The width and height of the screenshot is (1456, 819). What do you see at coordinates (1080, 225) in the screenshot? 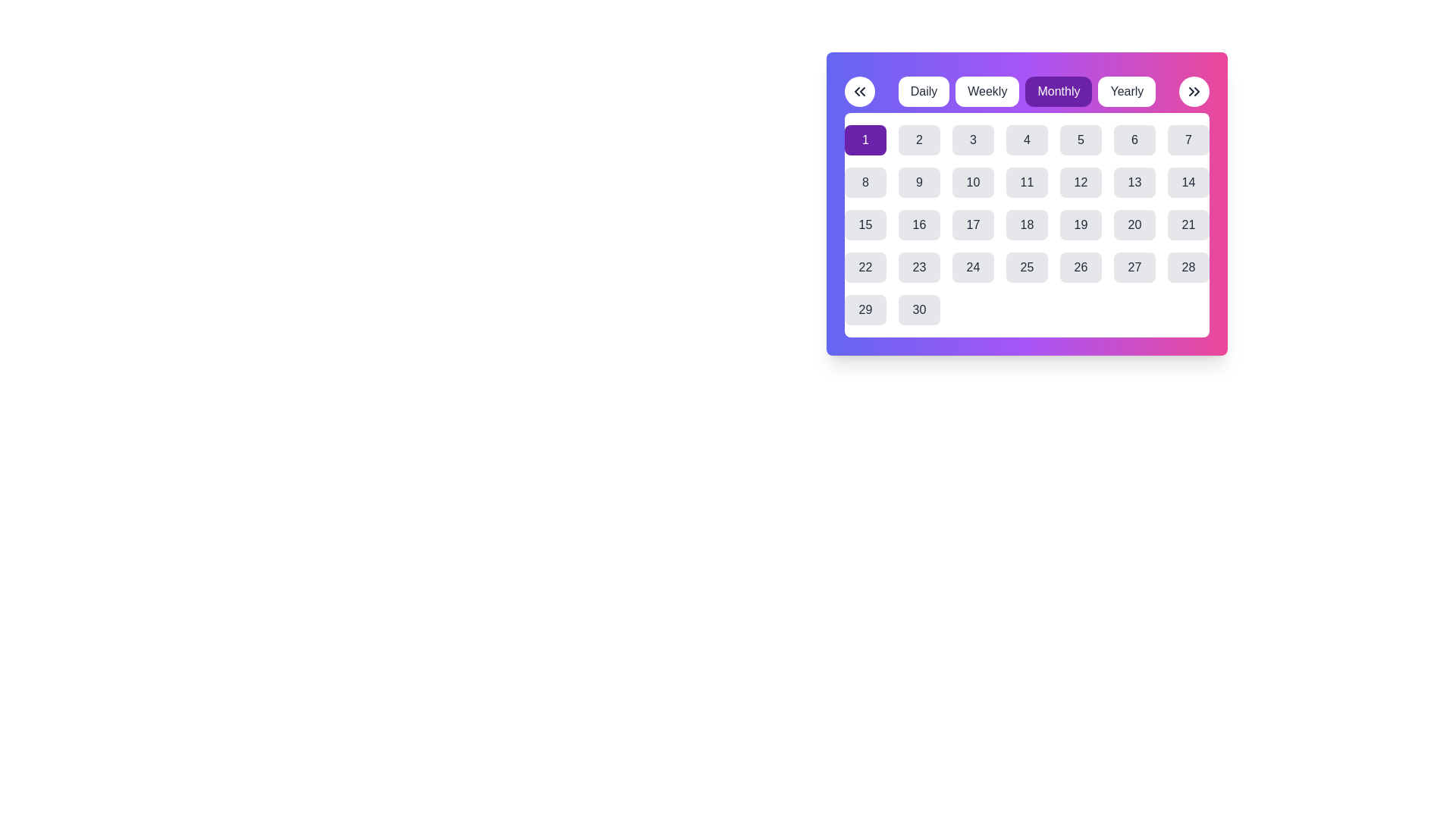
I see `the button labeled '19' which is styled with a light gray background and dark gray text` at bounding box center [1080, 225].